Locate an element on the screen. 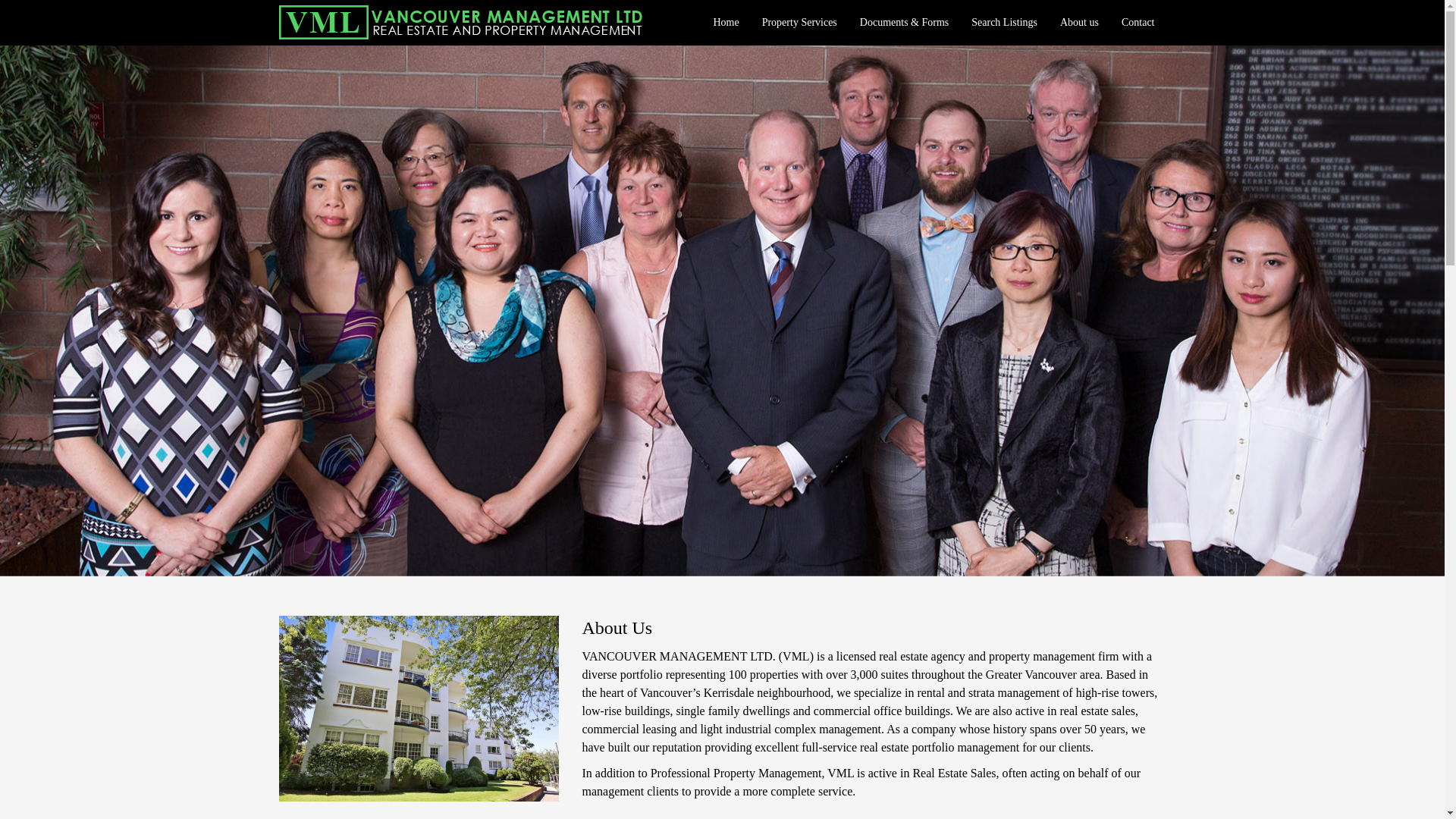 This screenshot has width=1456, height=819. 'Home' is located at coordinates (724, 23).